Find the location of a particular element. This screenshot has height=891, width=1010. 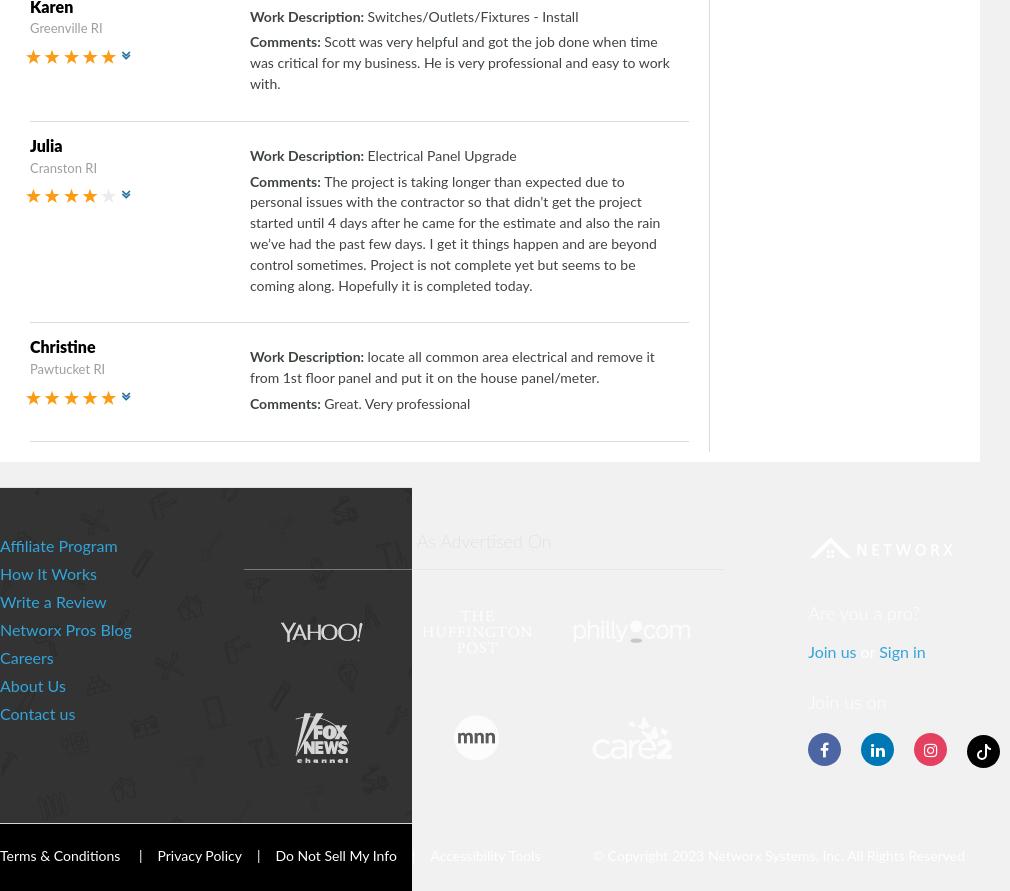

'Christine' is located at coordinates (61, 347).